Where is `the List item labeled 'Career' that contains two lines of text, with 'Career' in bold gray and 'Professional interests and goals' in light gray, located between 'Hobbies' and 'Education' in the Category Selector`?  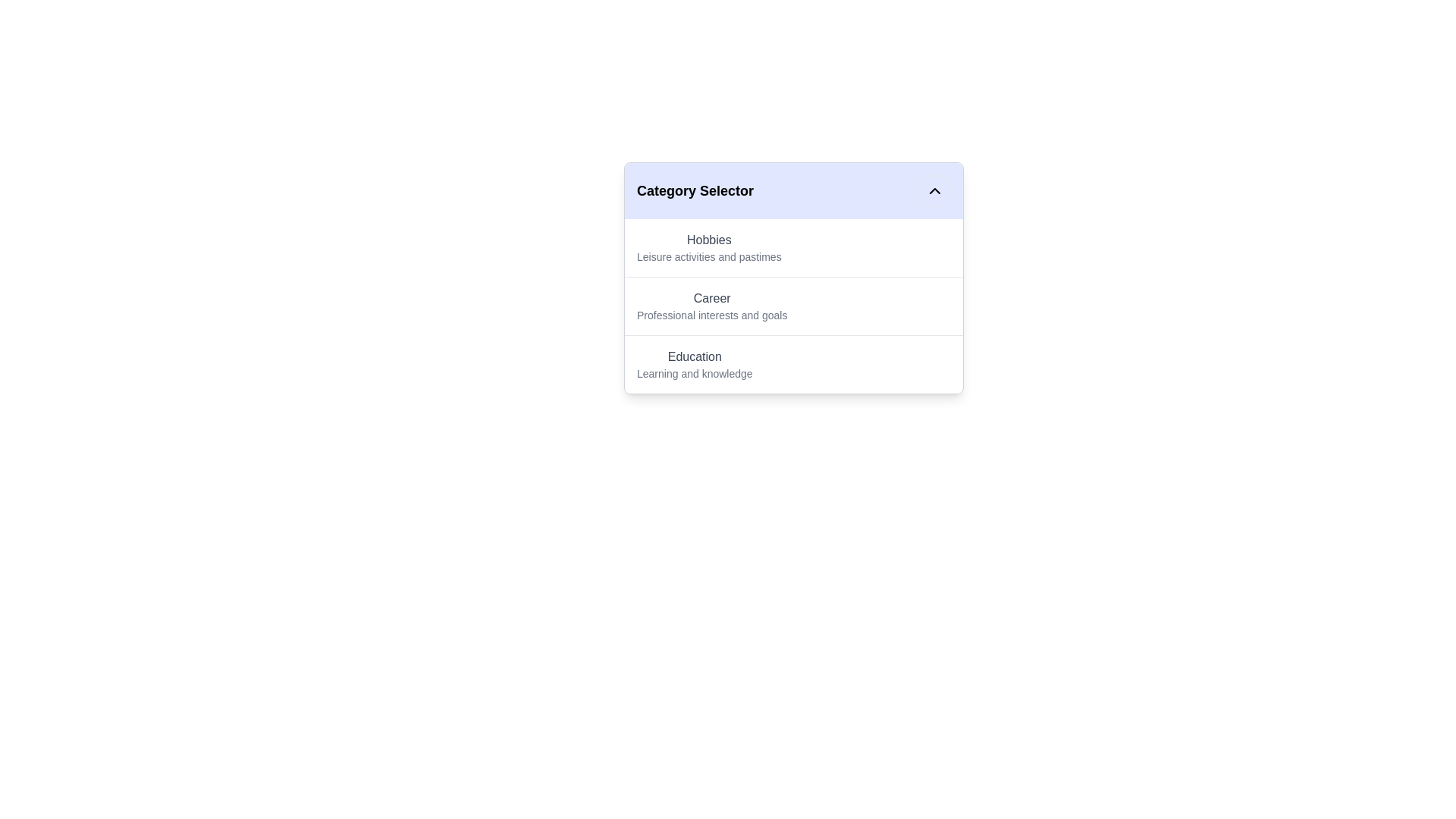
the List item labeled 'Career' that contains two lines of text, with 'Career' in bold gray and 'Professional interests and goals' in light gray, located between 'Hobbies' and 'Education' in the Category Selector is located at coordinates (792, 306).